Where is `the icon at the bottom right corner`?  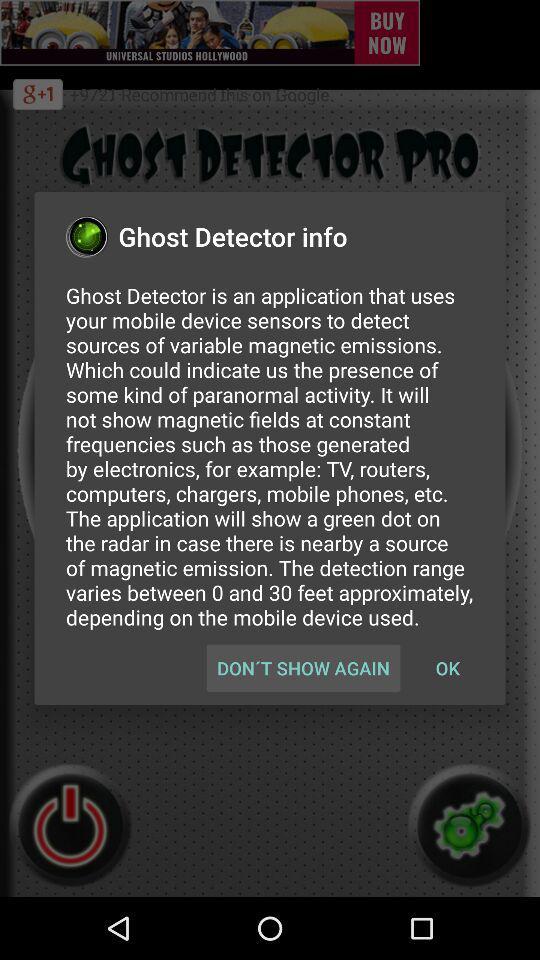
the icon at the bottom right corner is located at coordinates (447, 668).